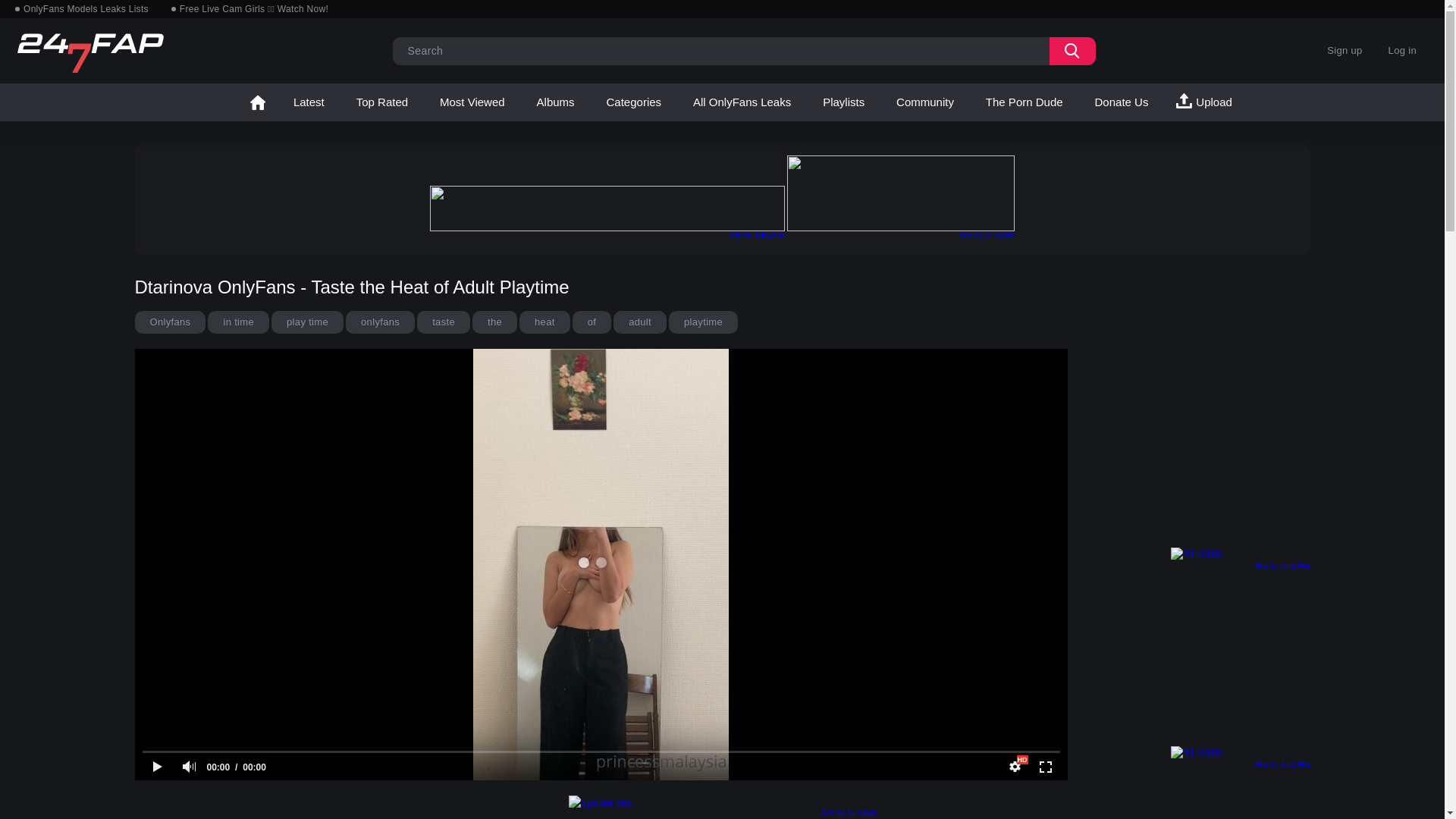  What do you see at coordinates (238, 102) in the screenshot?
I see `'Home'` at bounding box center [238, 102].